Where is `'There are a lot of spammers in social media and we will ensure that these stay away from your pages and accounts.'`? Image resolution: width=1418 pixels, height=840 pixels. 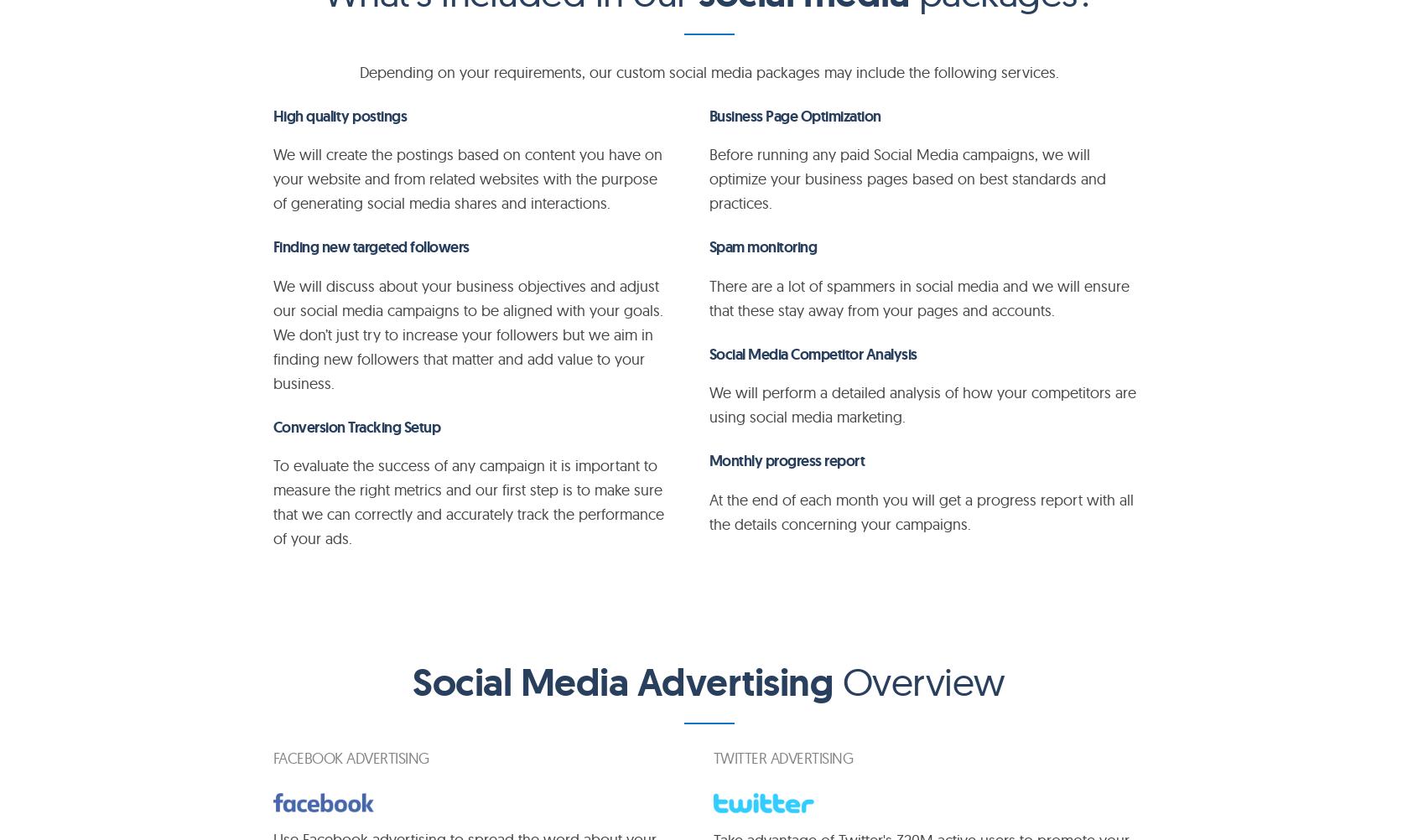 'There are a lot of spammers in social media and we will ensure that these stay away from your pages and accounts.' is located at coordinates (917, 298).